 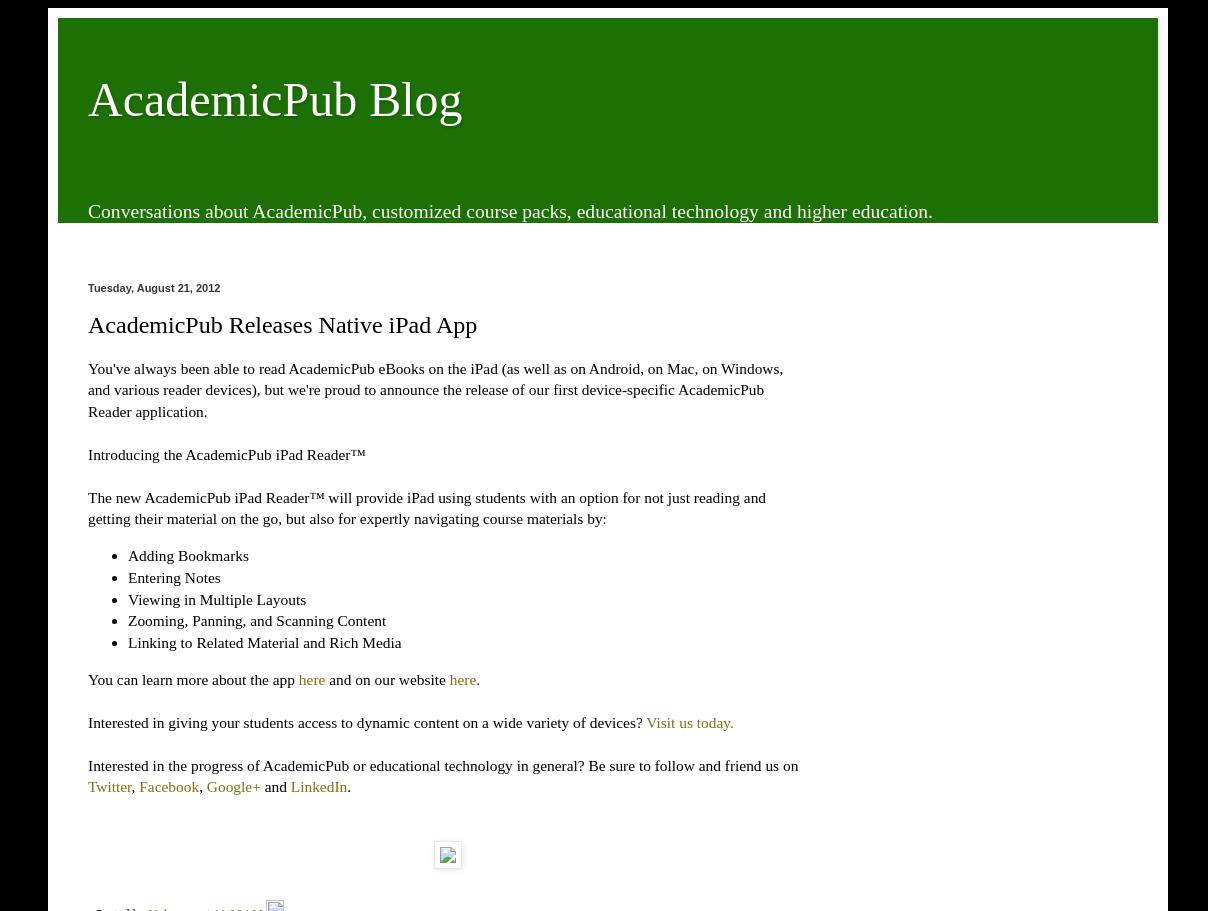 I want to click on 'You can learn more about the app', so click(x=193, y=677).